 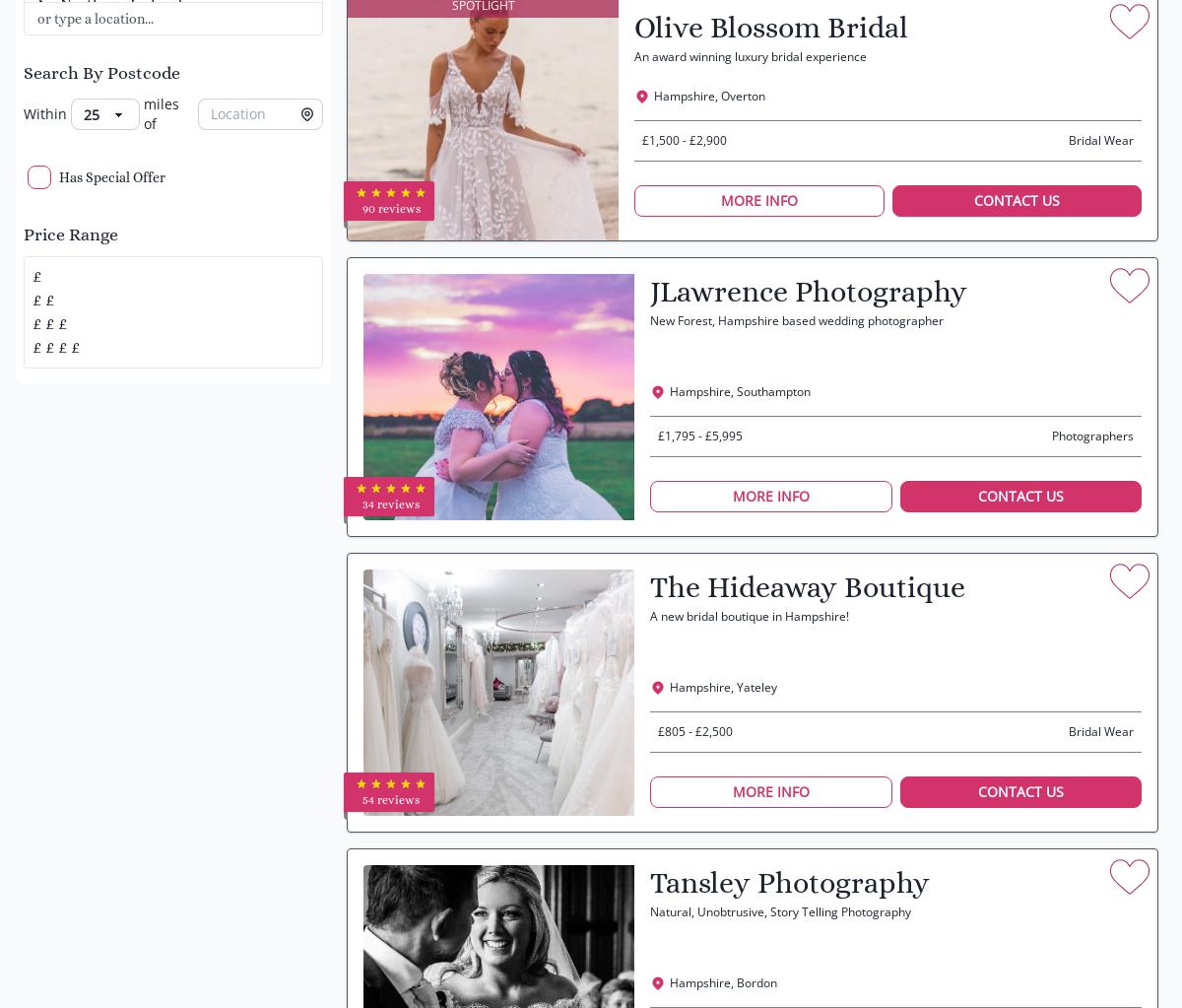 What do you see at coordinates (685, 139) in the screenshot?
I see `'£1,500 - £2,900'` at bounding box center [685, 139].